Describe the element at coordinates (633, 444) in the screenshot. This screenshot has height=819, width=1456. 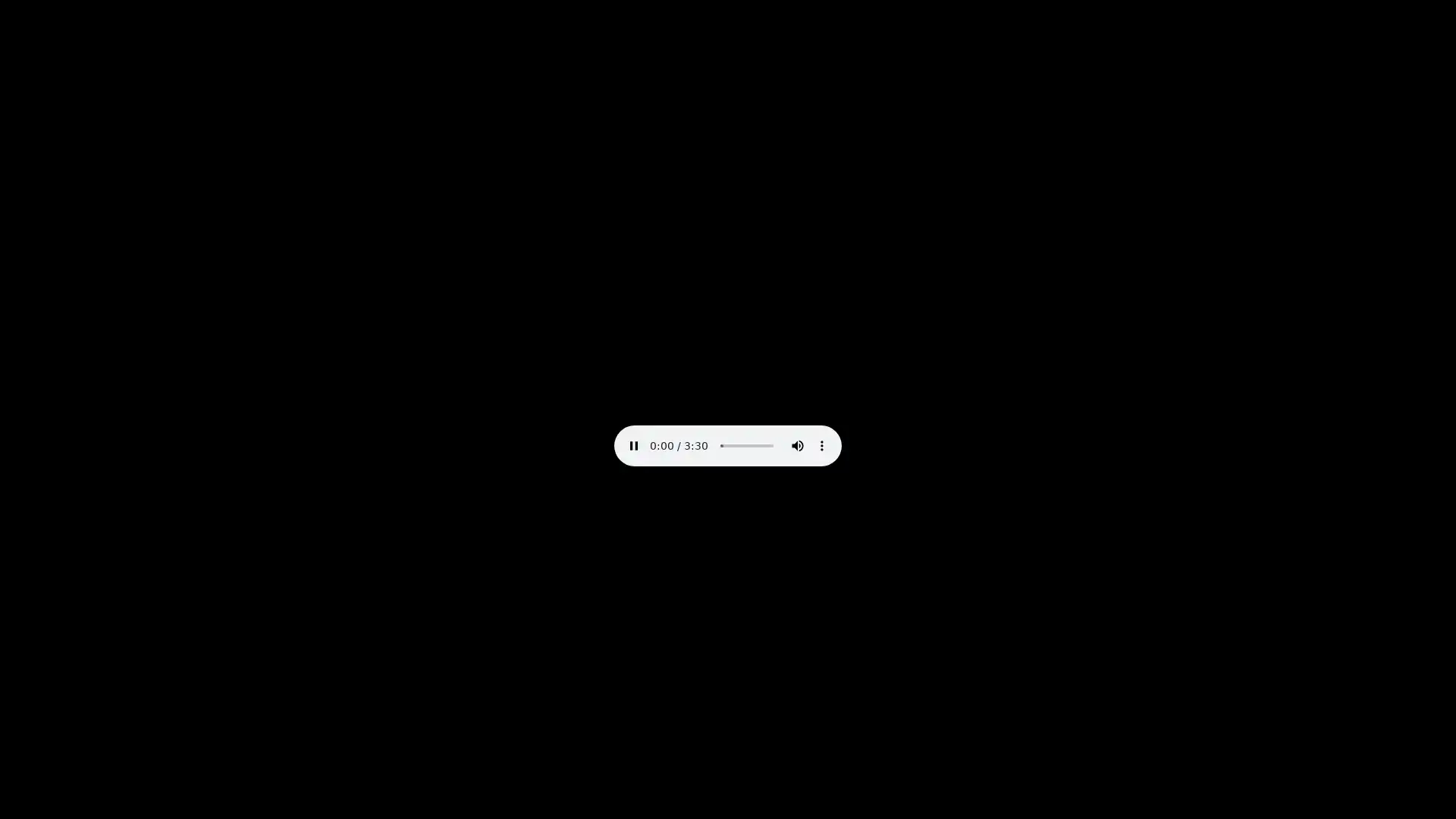
I see `pause` at that location.